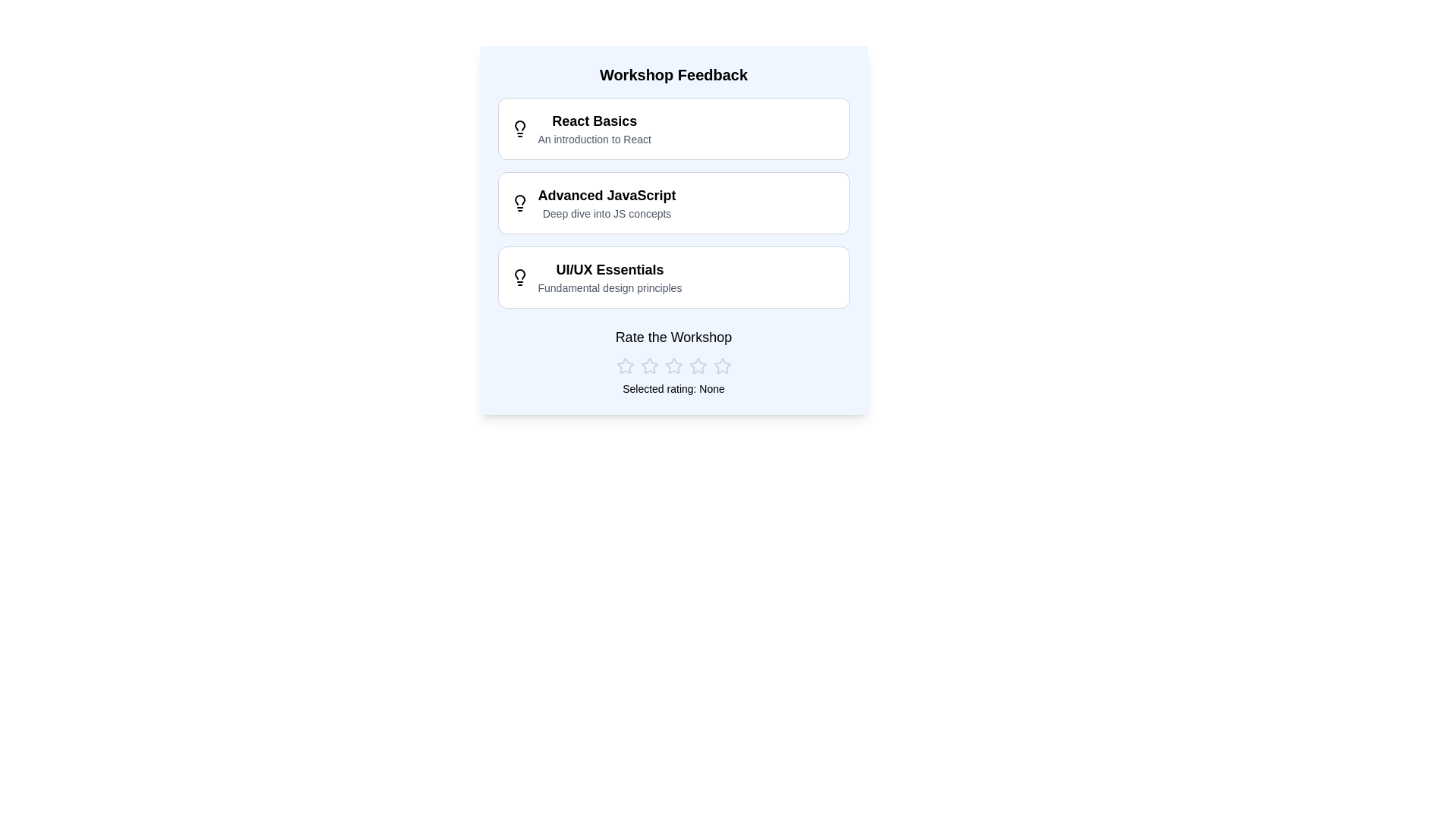 The image size is (1456, 819). What do you see at coordinates (721, 366) in the screenshot?
I see `the fifth star icon` at bounding box center [721, 366].